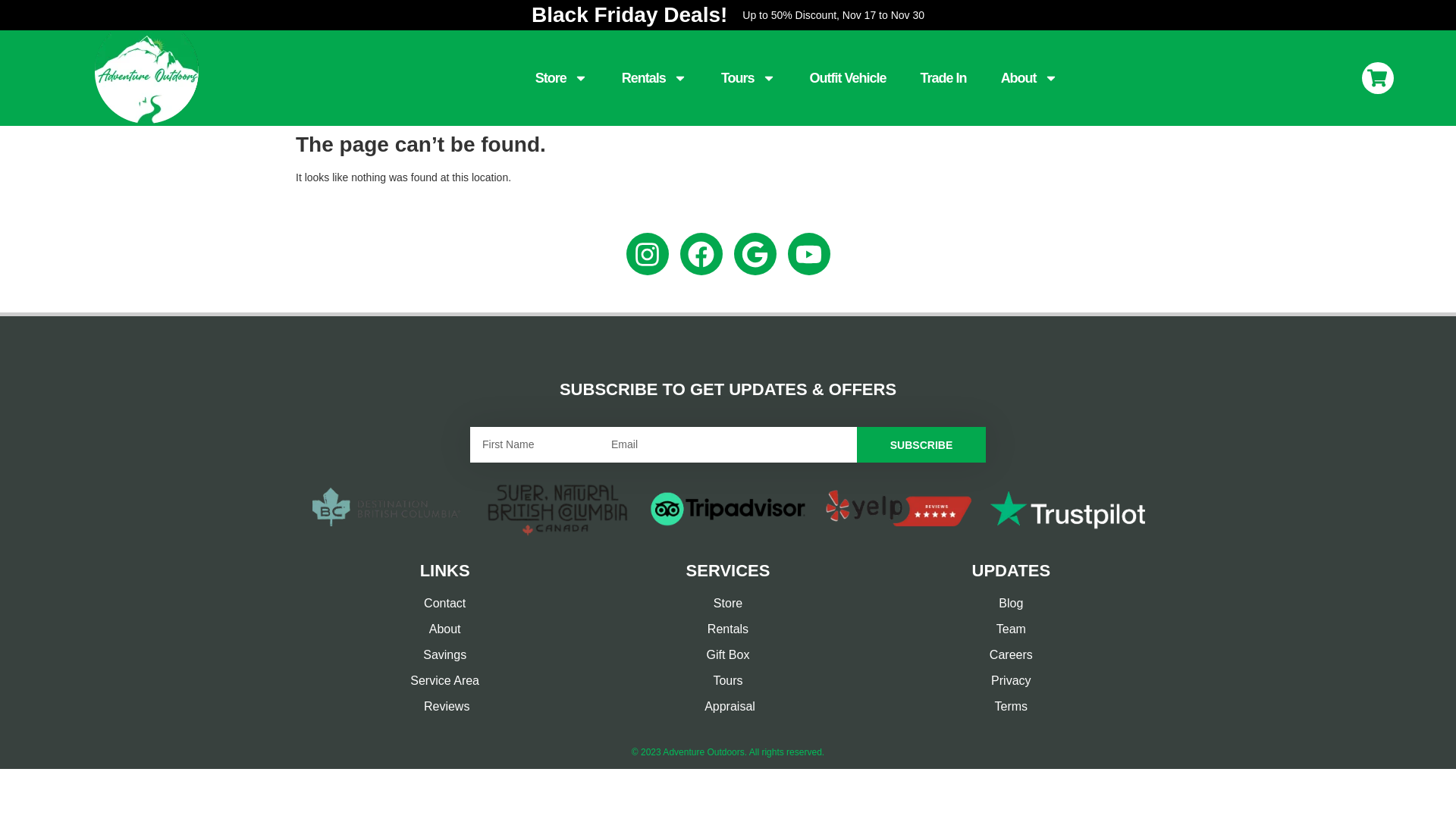 This screenshot has width=1456, height=819. What do you see at coordinates (309, 629) in the screenshot?
I see `'About'` at bounding box center [309, 629].